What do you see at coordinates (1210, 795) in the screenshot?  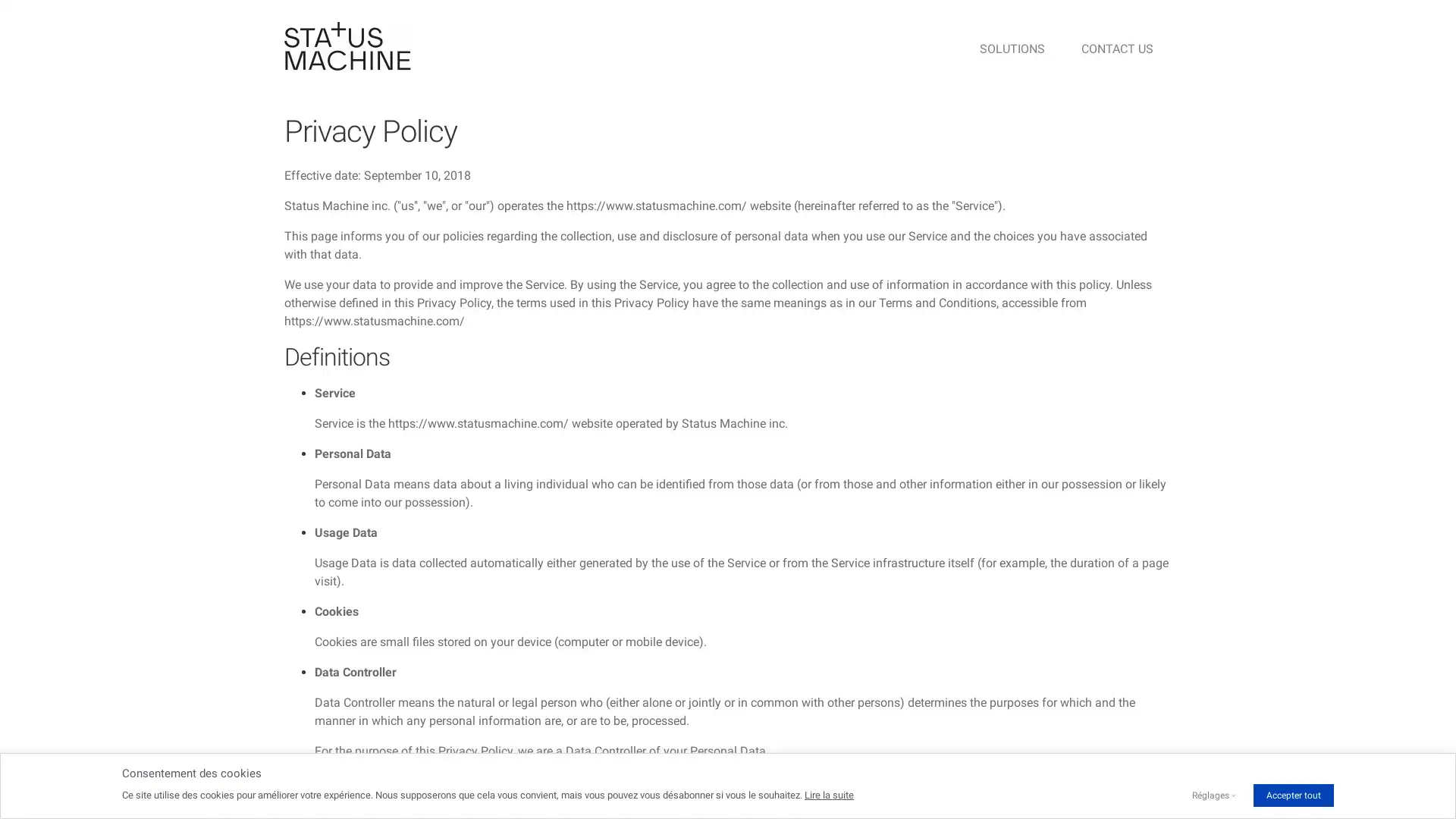 I see `Reglages` at bounding box center [1210, 795].